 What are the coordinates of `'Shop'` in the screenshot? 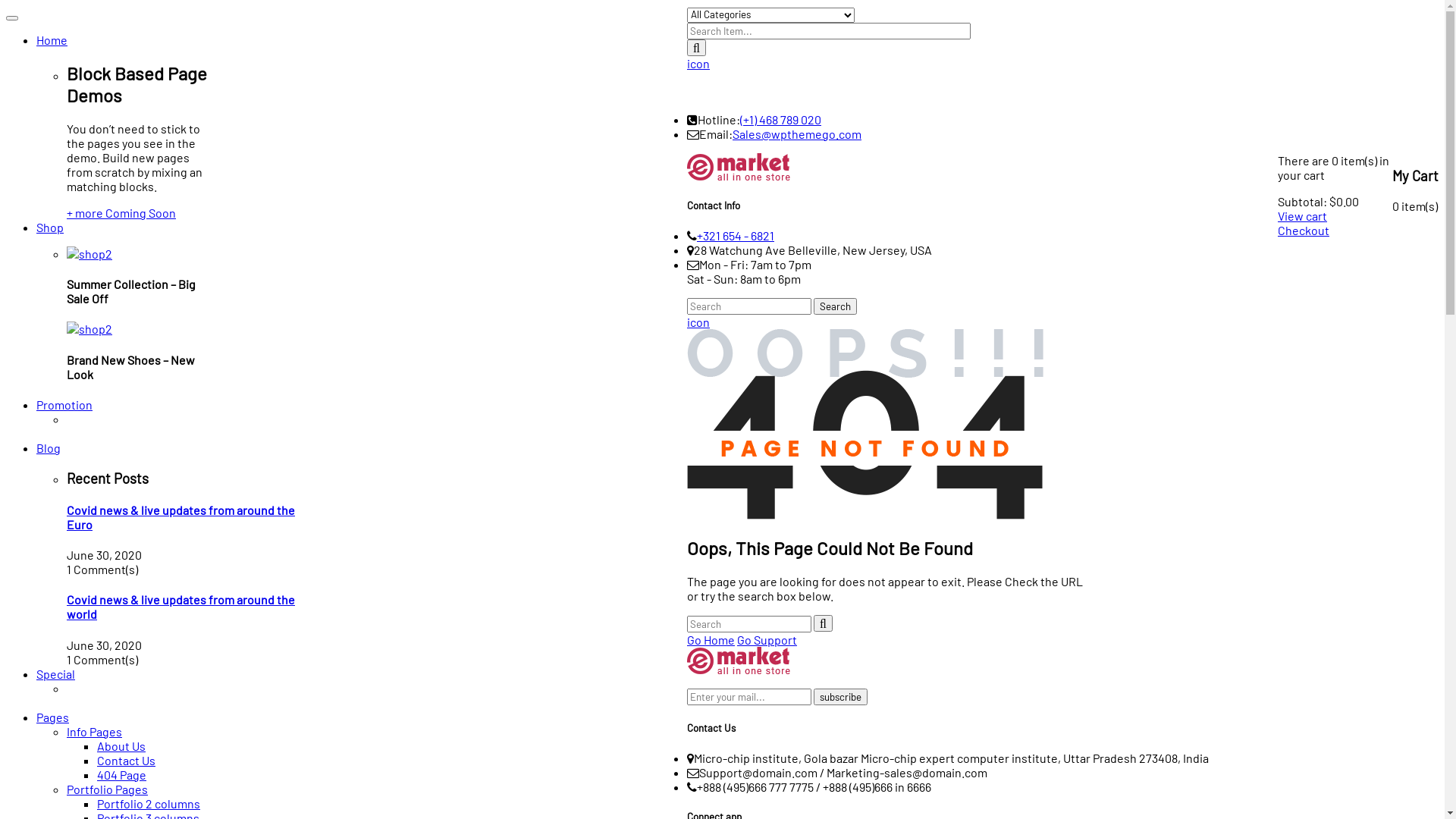 It's located at (50, 227).